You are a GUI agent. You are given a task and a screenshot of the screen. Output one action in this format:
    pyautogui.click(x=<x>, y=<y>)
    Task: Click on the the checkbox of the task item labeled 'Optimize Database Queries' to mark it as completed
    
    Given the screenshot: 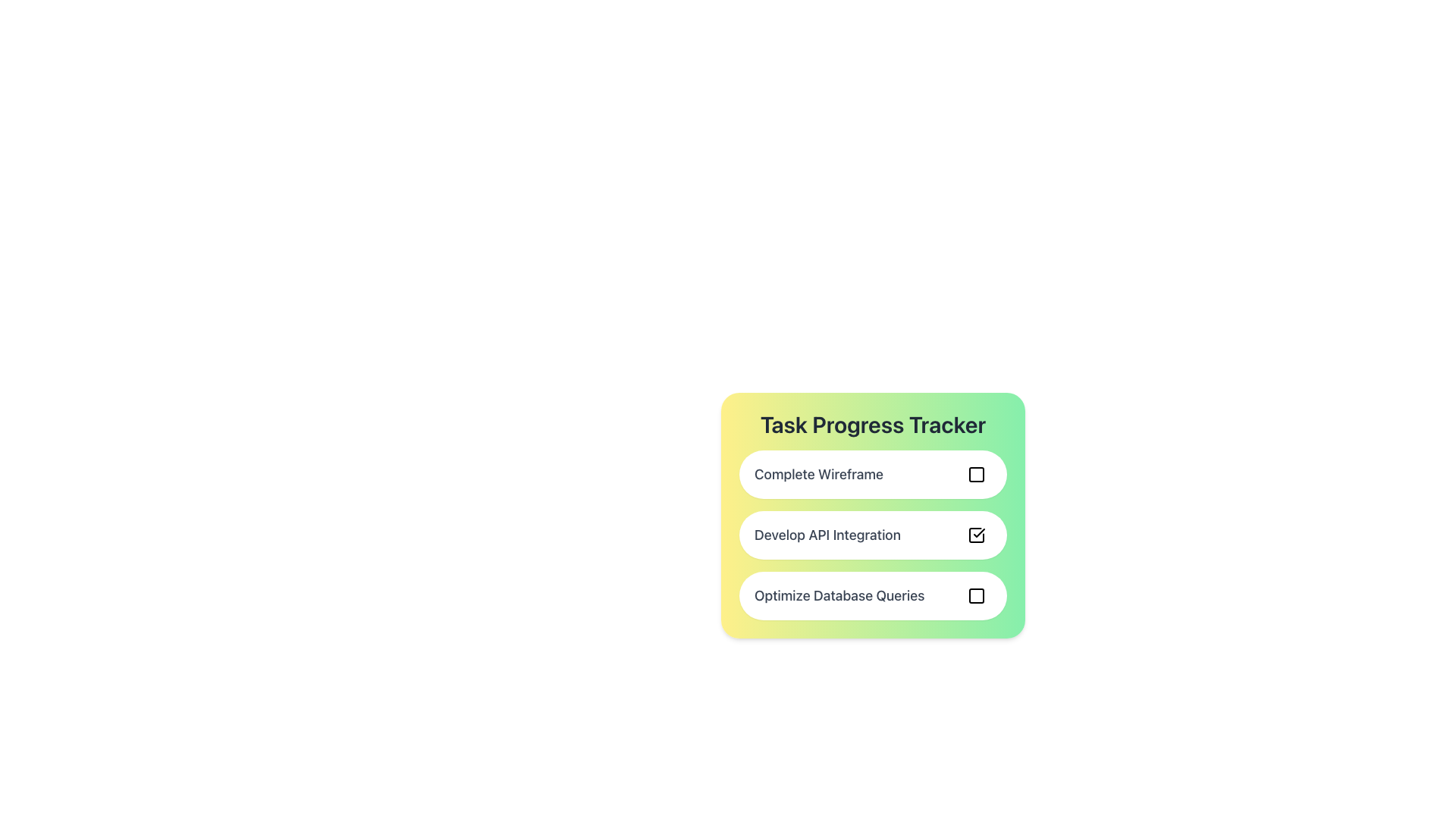 What is the action you would take?
    pyautogui.click(x=873, y=595)
    